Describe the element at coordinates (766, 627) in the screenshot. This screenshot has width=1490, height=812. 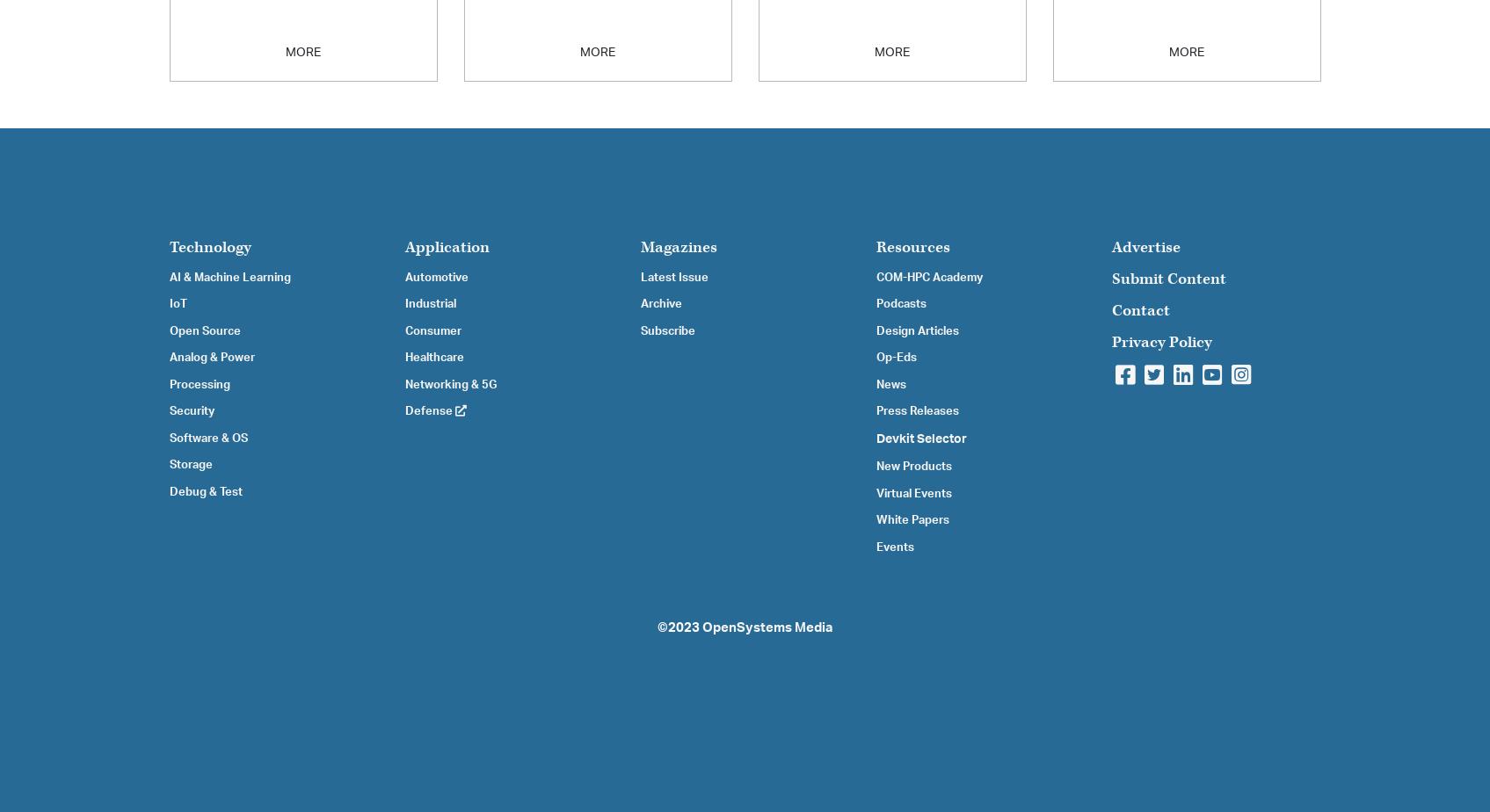
I see `'OpenSystems Media'` at that location.